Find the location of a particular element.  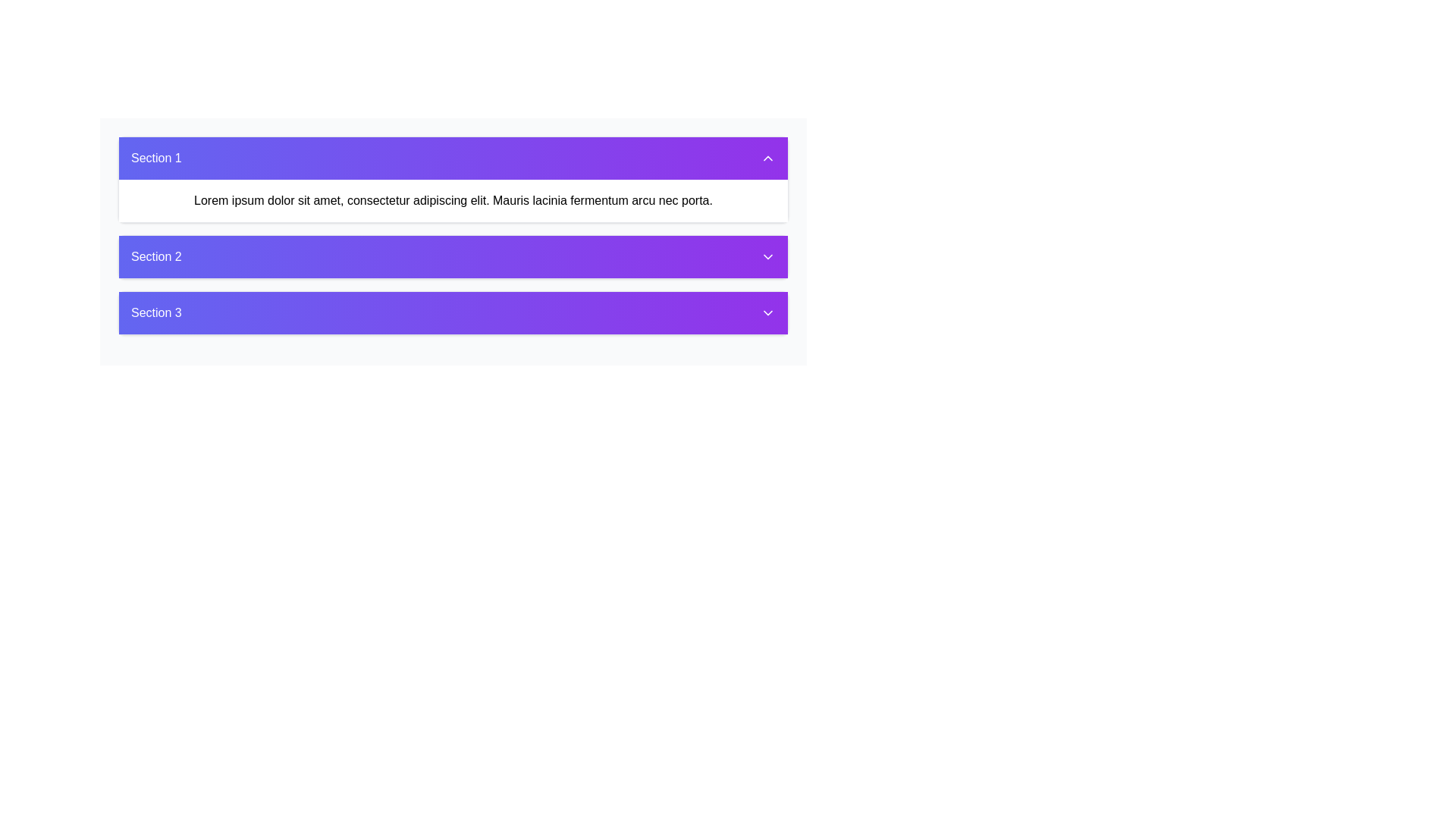

the Dropdown indicator icon, which is a downward-facing chevron located at the rightmost side of the header for Section 2 is located at coordinates (767, 256).